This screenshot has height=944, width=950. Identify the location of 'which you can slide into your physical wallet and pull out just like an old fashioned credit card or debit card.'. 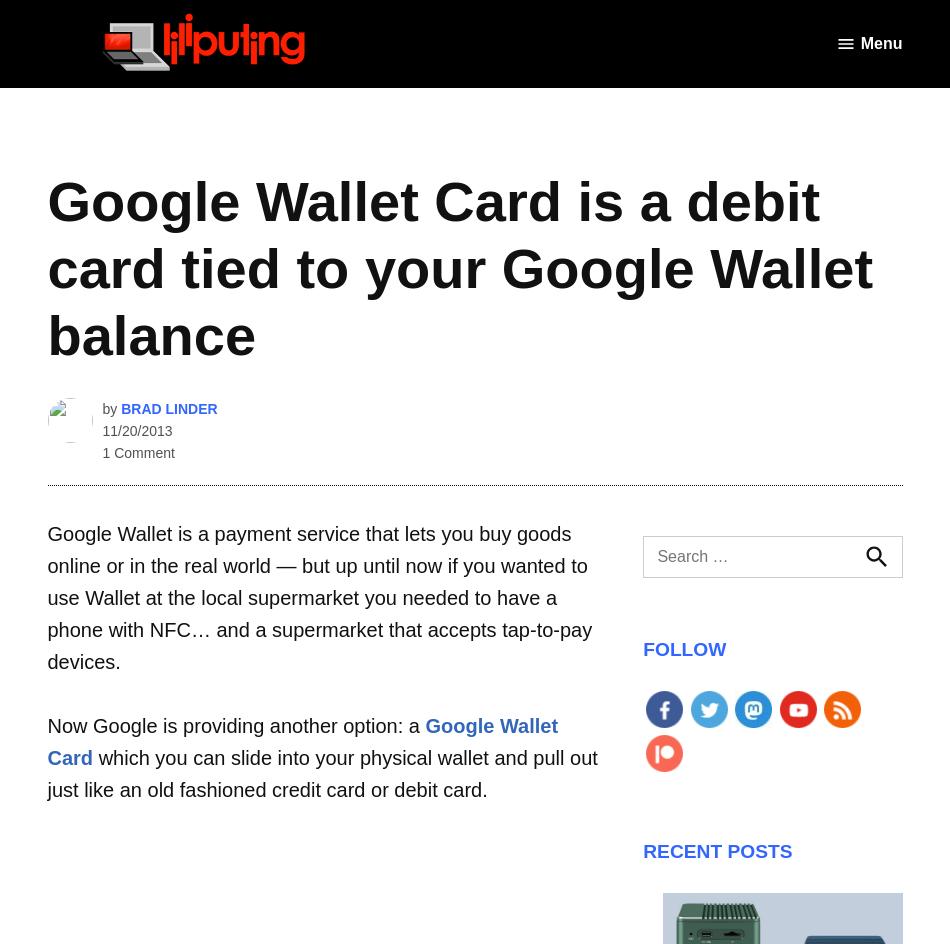
(320, 772).